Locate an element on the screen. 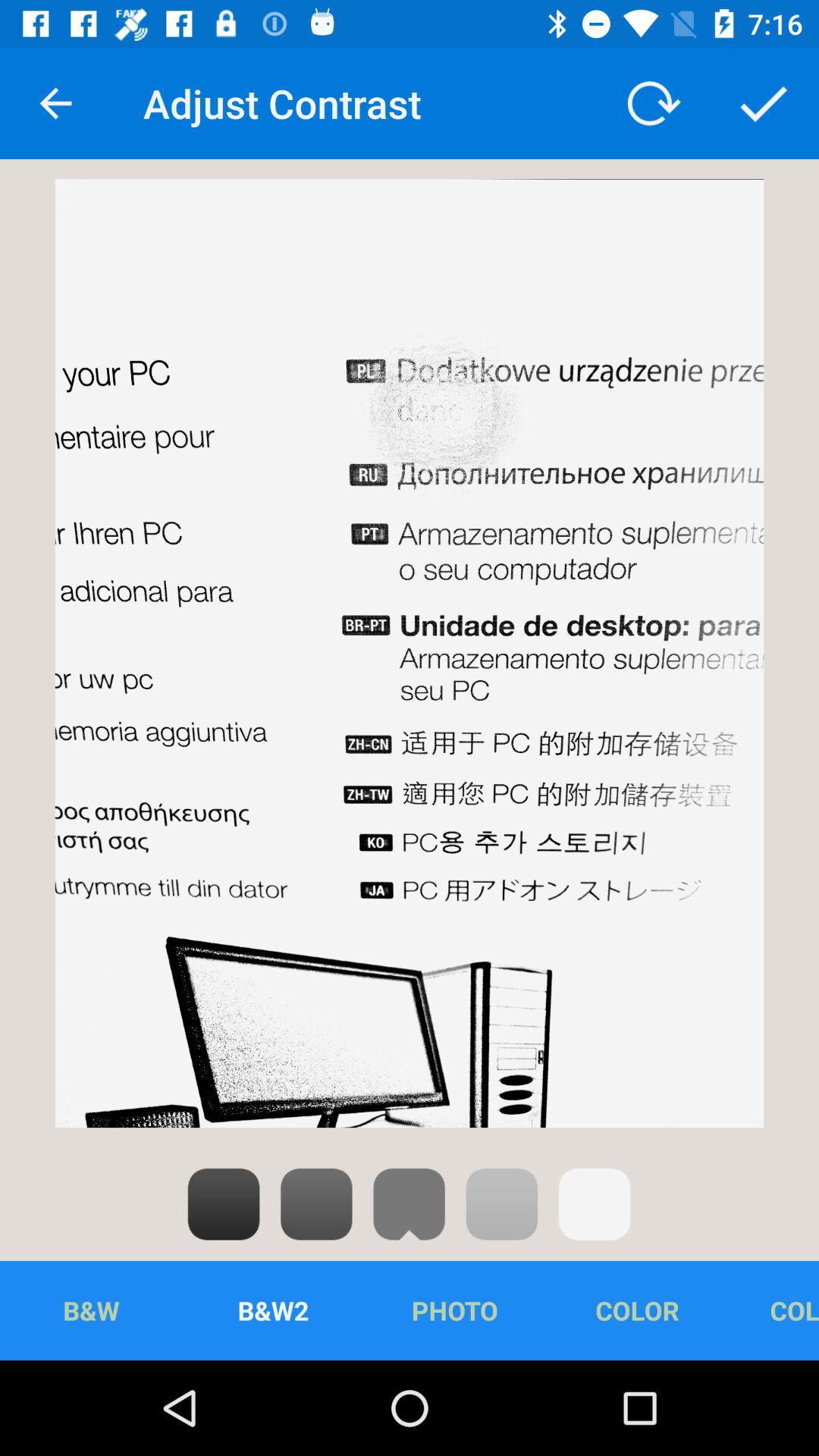 This screenshot has height=1456, width=819. icon to the left of the adjust contrast is located at coordinates (55, 102).